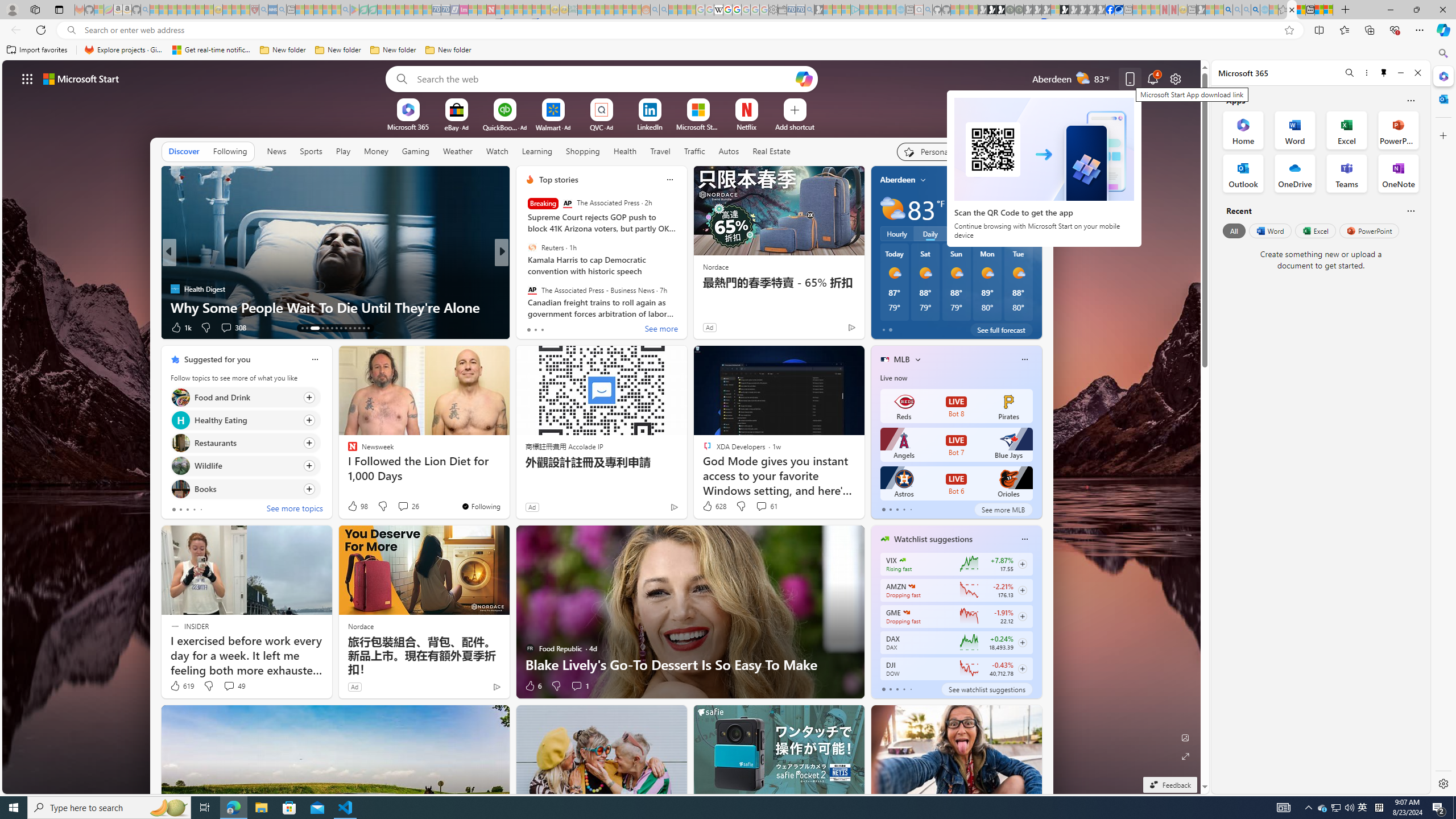 This screenshot has width=1456, height=819. I want to click on 'AutomationID: tab-19', so click(336, 328).